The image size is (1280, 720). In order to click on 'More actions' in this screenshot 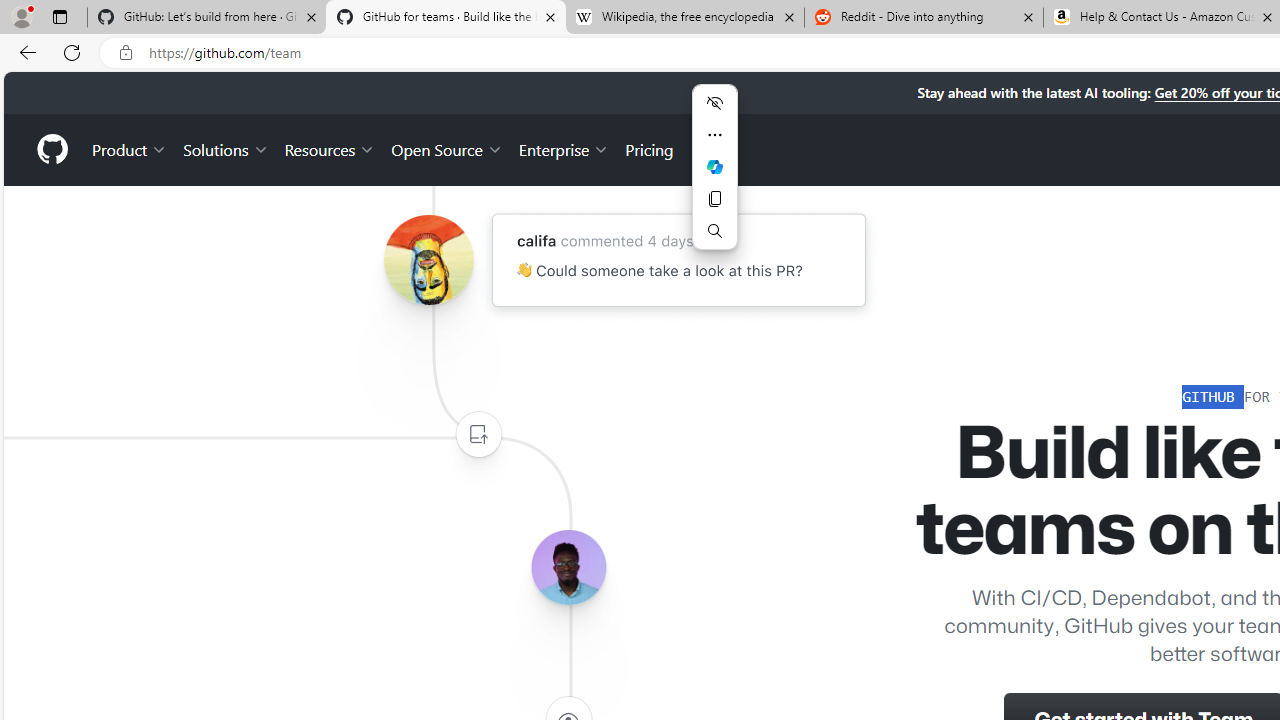, I will do `click(714, 135)`.